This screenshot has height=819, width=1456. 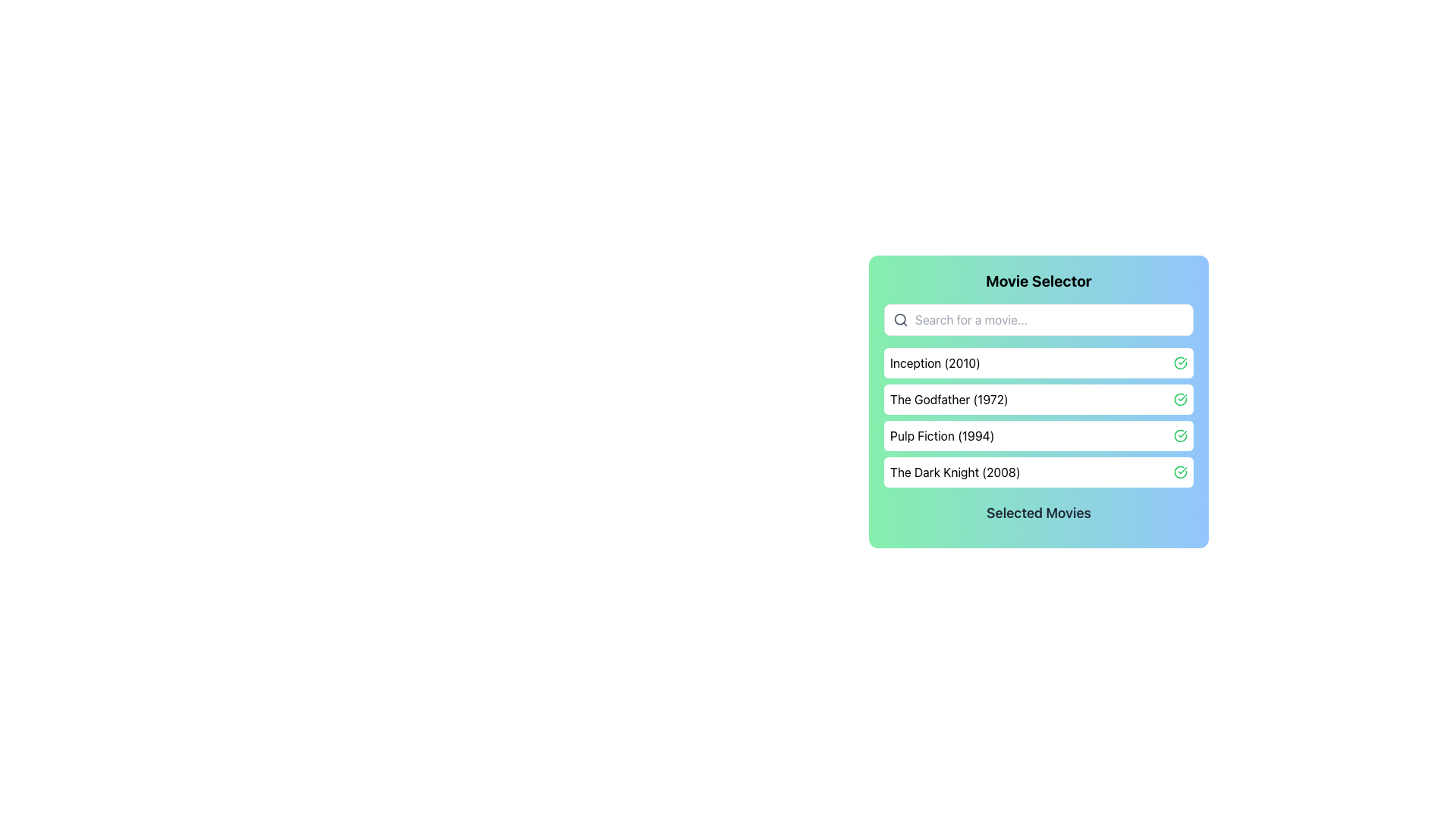 What do you see at coordinates (948, 399) in the screenshot?
I see `the non-interactive text label displaying the title and release year of the second movie in the 'Movie Selector' panel, located beneath 'Inception (2010)' and above 'Pulp Fiction (1994)'` at bounding box center [948, 399].